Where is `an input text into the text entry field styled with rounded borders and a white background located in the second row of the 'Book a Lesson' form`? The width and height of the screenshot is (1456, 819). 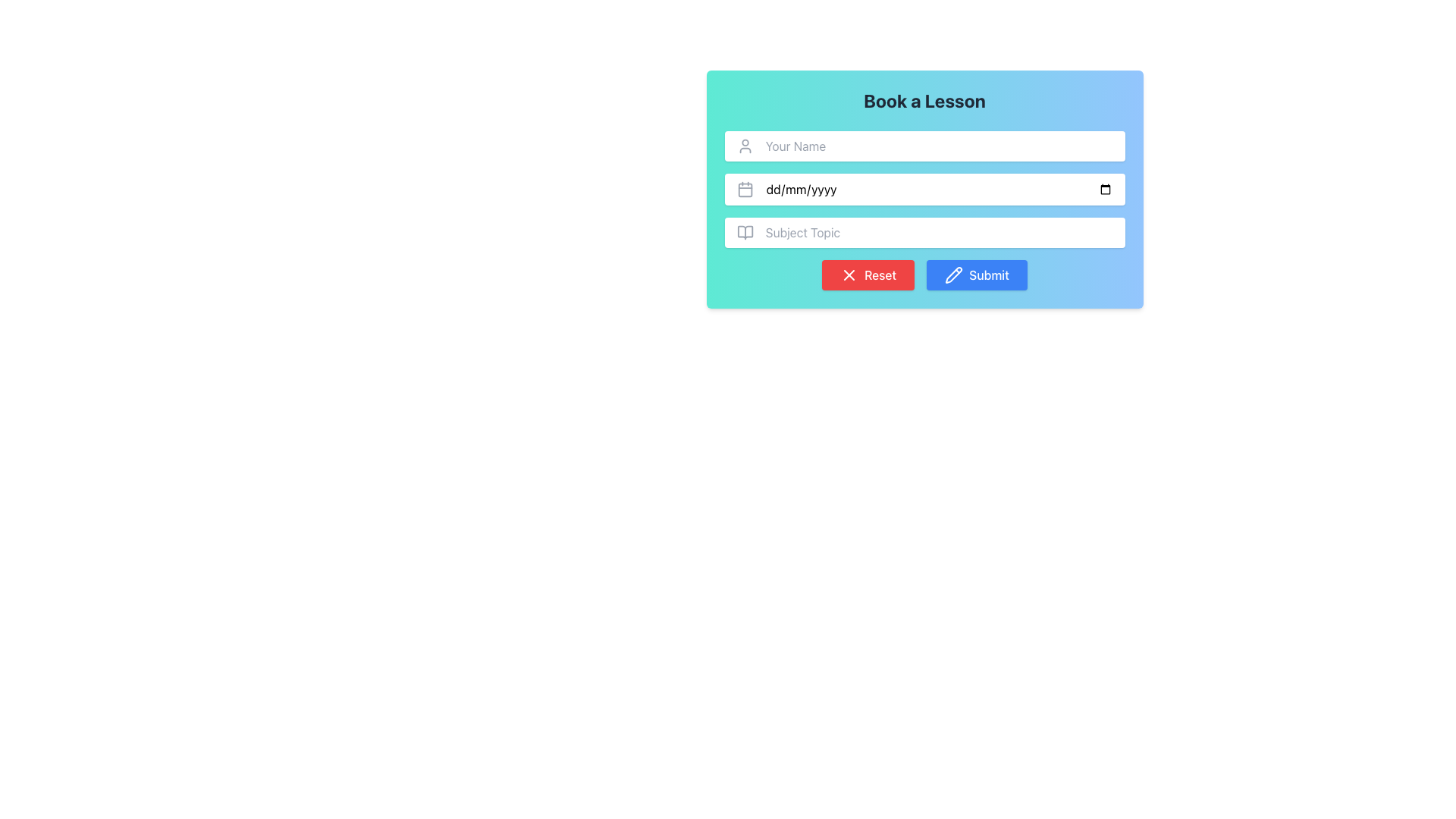
an input text into the text entry field styled with rounded borders and a white background located in the second row of the 'Book a Lesson' form is located at coordinates (924, 189).